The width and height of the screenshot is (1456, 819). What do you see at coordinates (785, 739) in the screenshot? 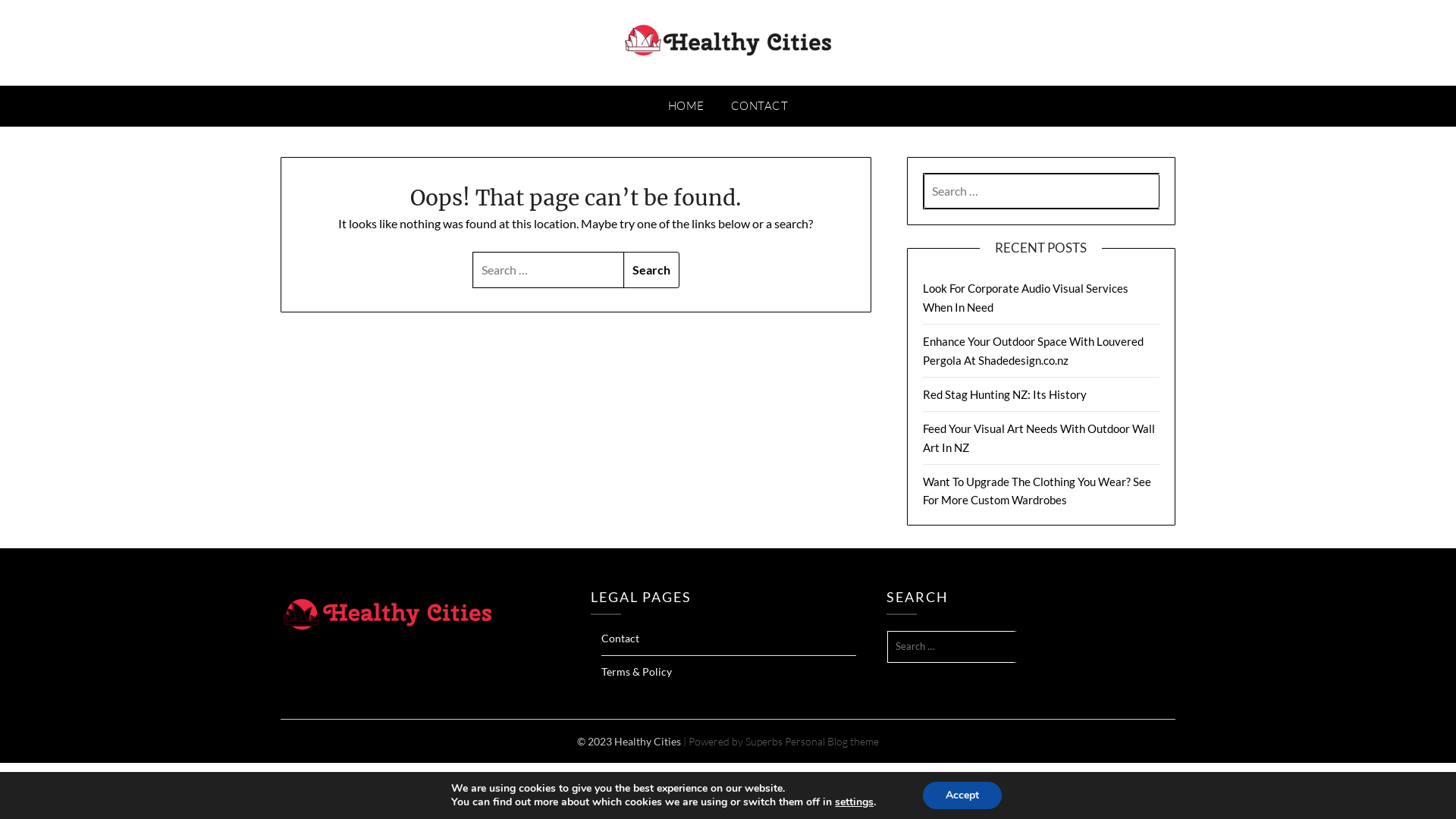
I see `'Personal Blog theme'` at bounding box center [785, 739].